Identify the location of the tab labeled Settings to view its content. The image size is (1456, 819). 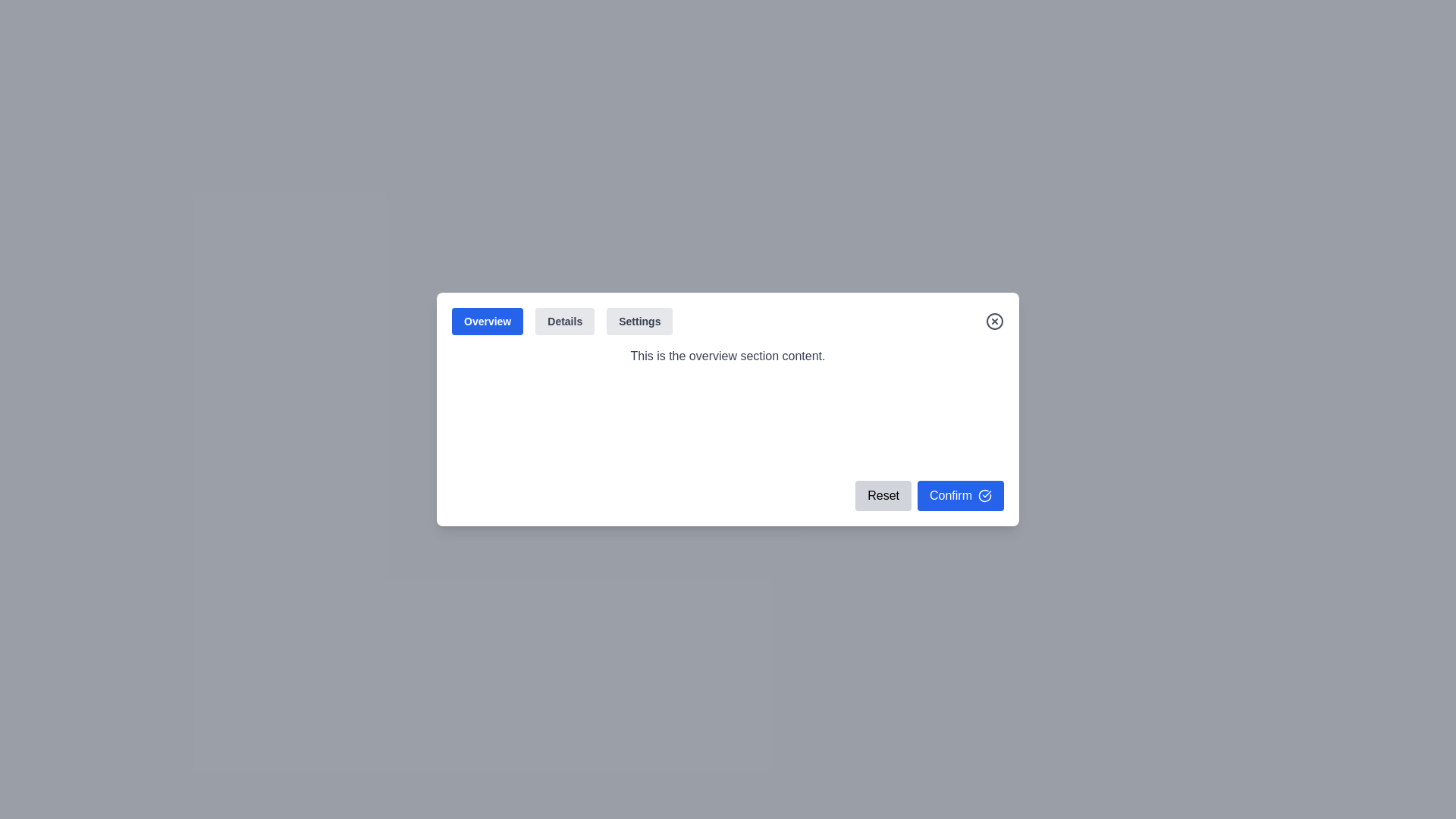
(639, 321).